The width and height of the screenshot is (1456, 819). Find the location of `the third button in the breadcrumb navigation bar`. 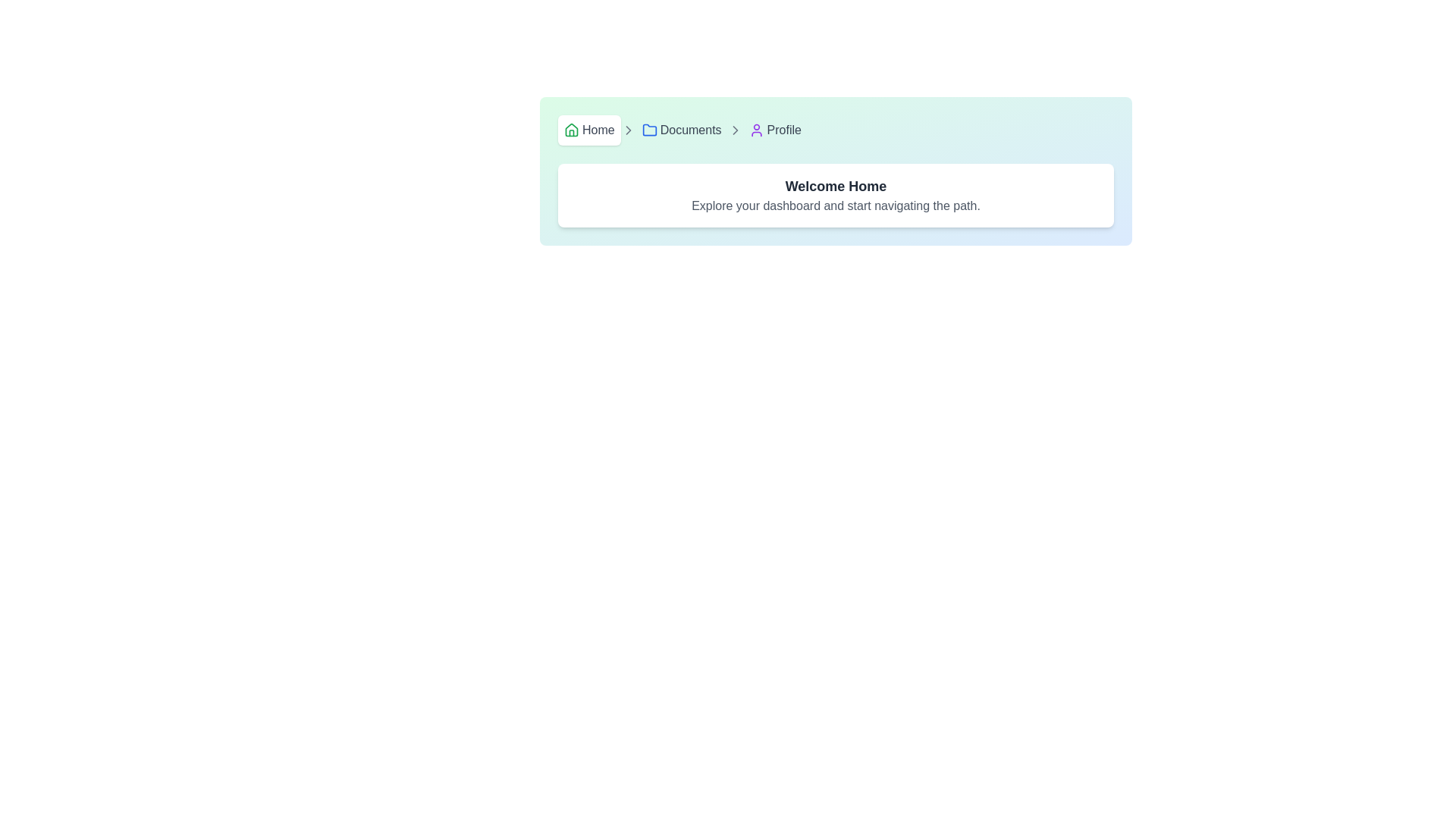

the third button in the breadcrumb navigation bar is located at coordinates (775, 130).